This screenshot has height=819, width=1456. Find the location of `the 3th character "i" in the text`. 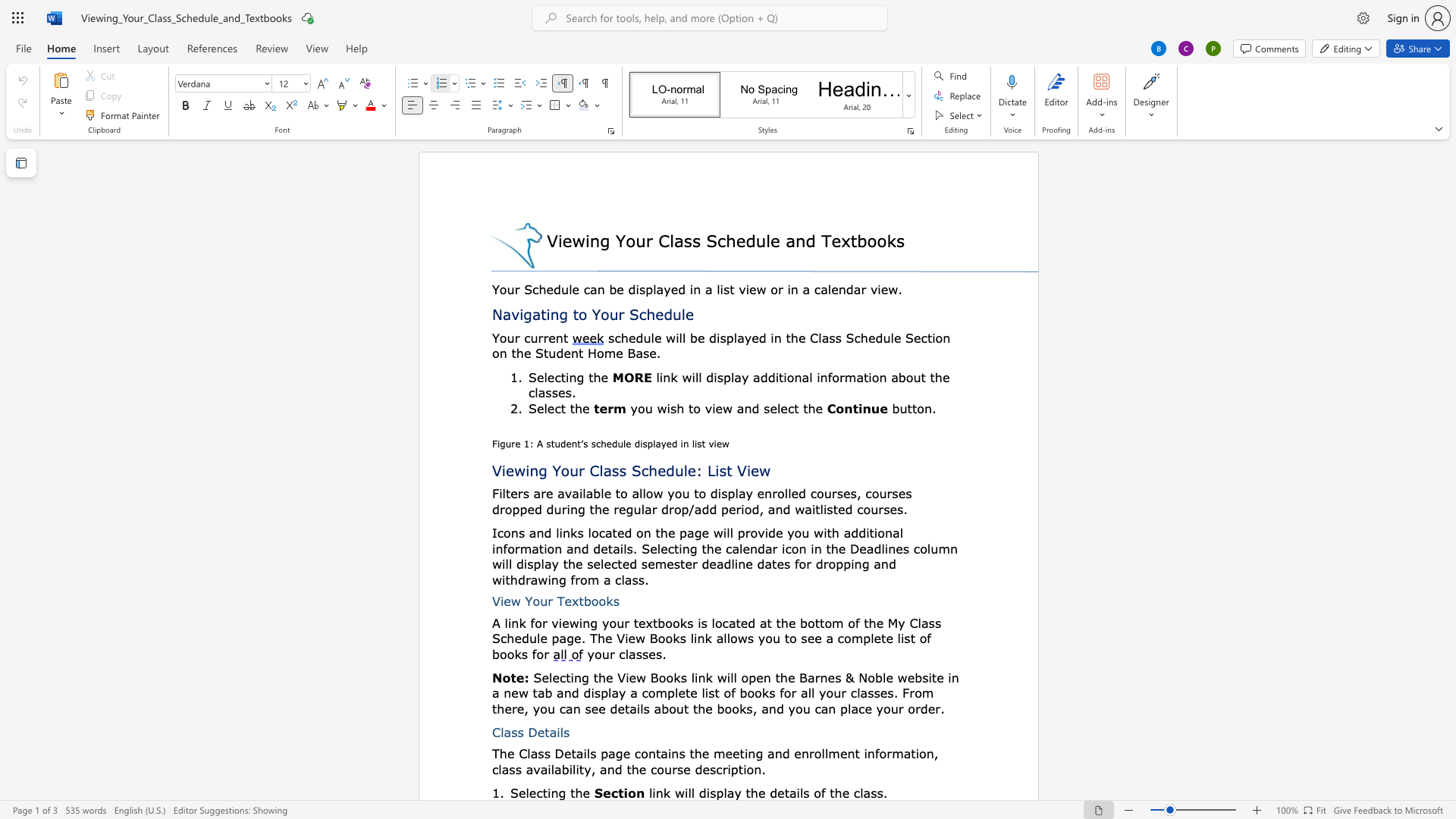

the 3th character "i" in the text is located at coordinates (916, 753).